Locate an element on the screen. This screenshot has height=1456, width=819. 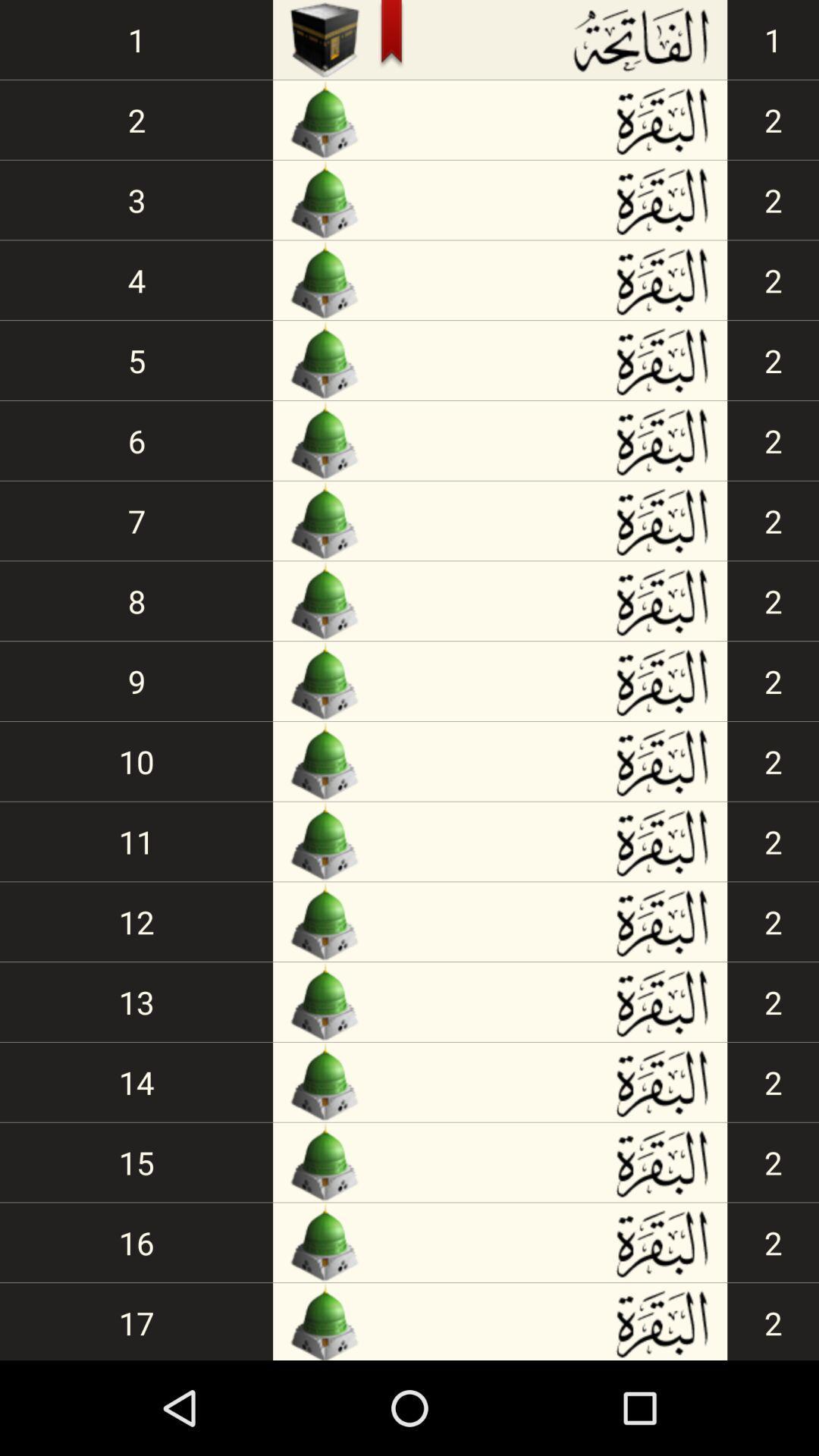
the app above 12 icon is located at coordinates (136, 840).